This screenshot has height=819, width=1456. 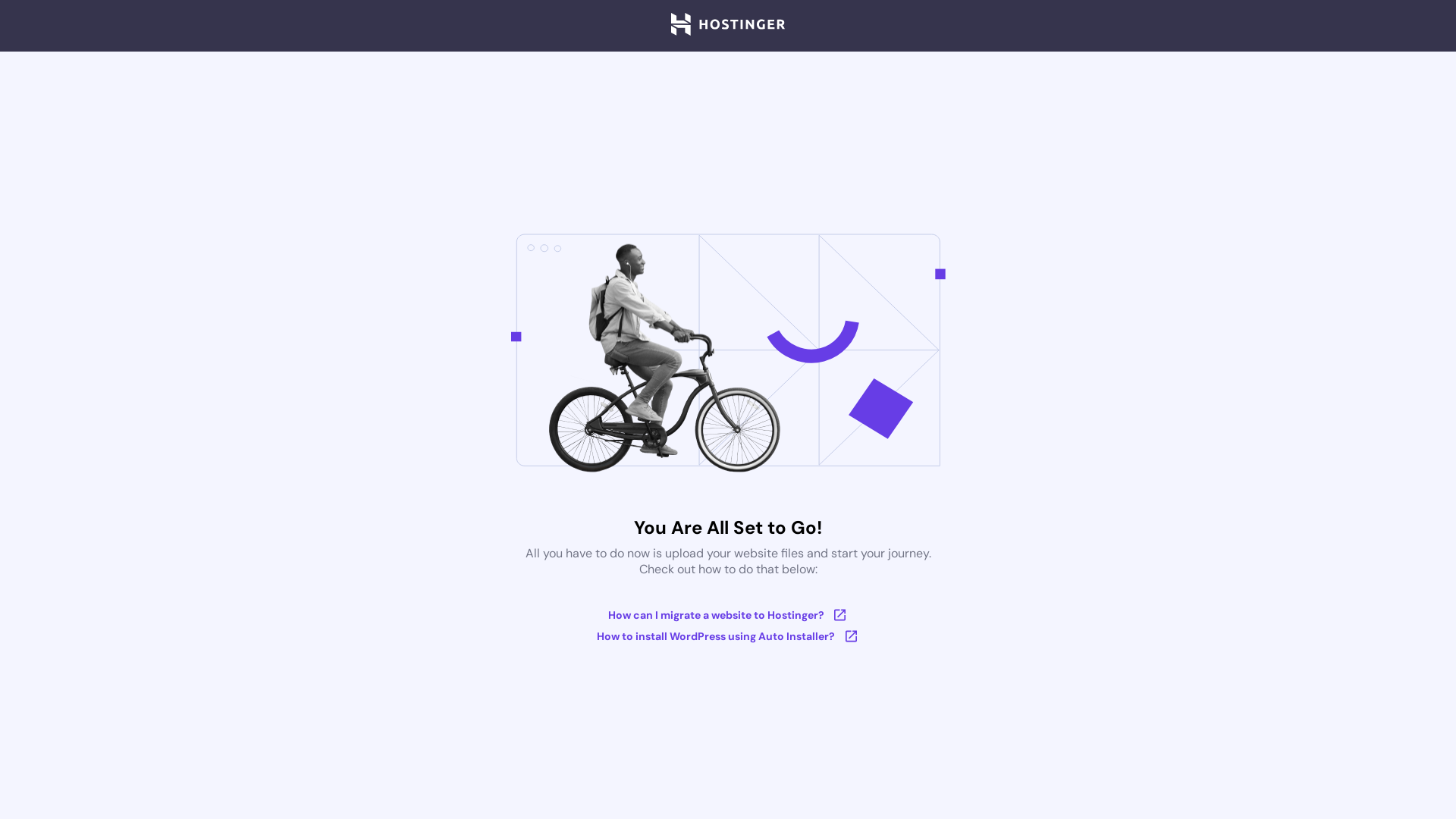 What do you see at coordinates (728, 636) in the screenshot?
I see `'How to install WordPress using Auto Installer?'` at bounding box center [728, 636].